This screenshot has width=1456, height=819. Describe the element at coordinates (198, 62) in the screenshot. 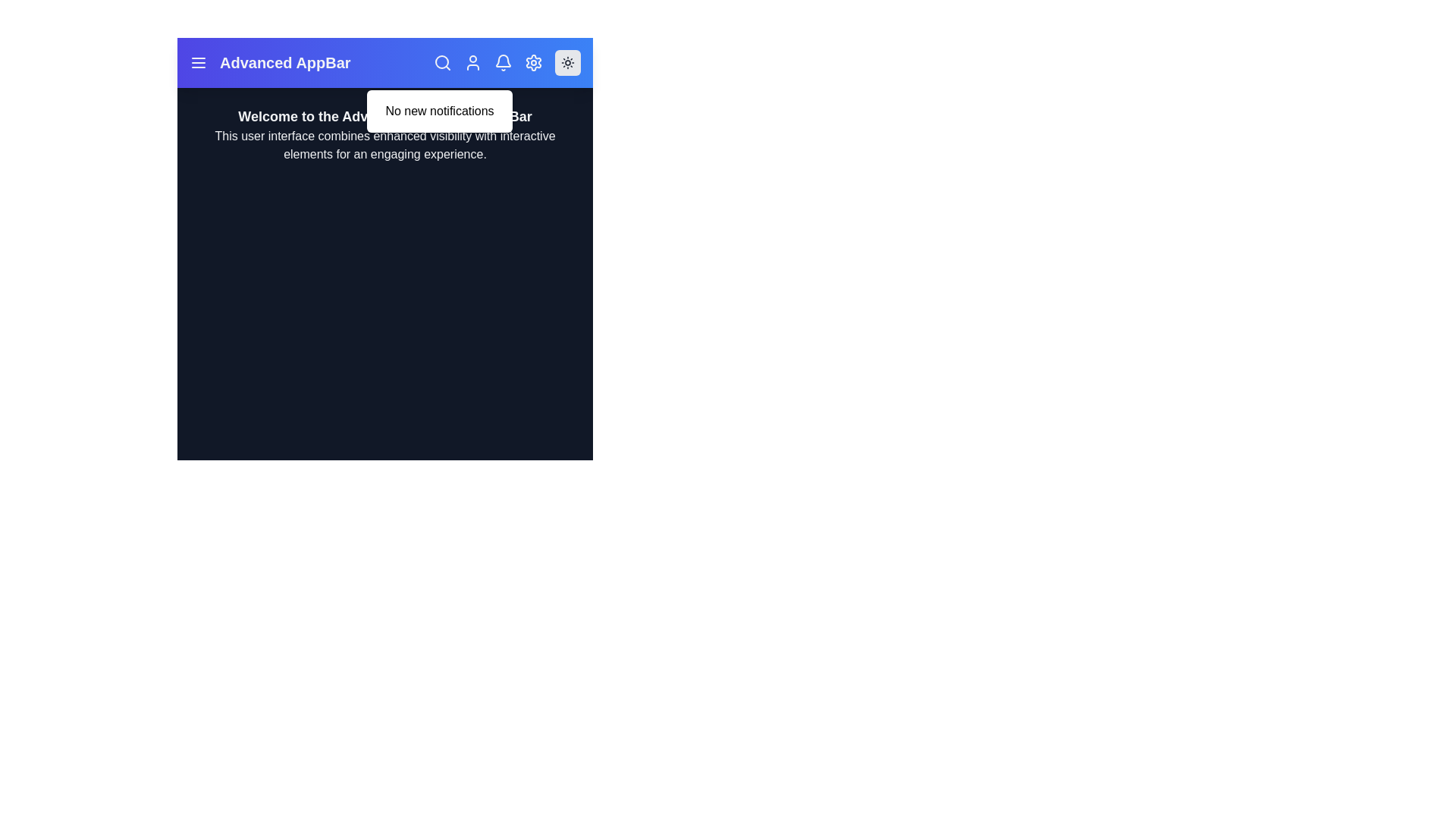

I see `the interactive element menu` at that location.